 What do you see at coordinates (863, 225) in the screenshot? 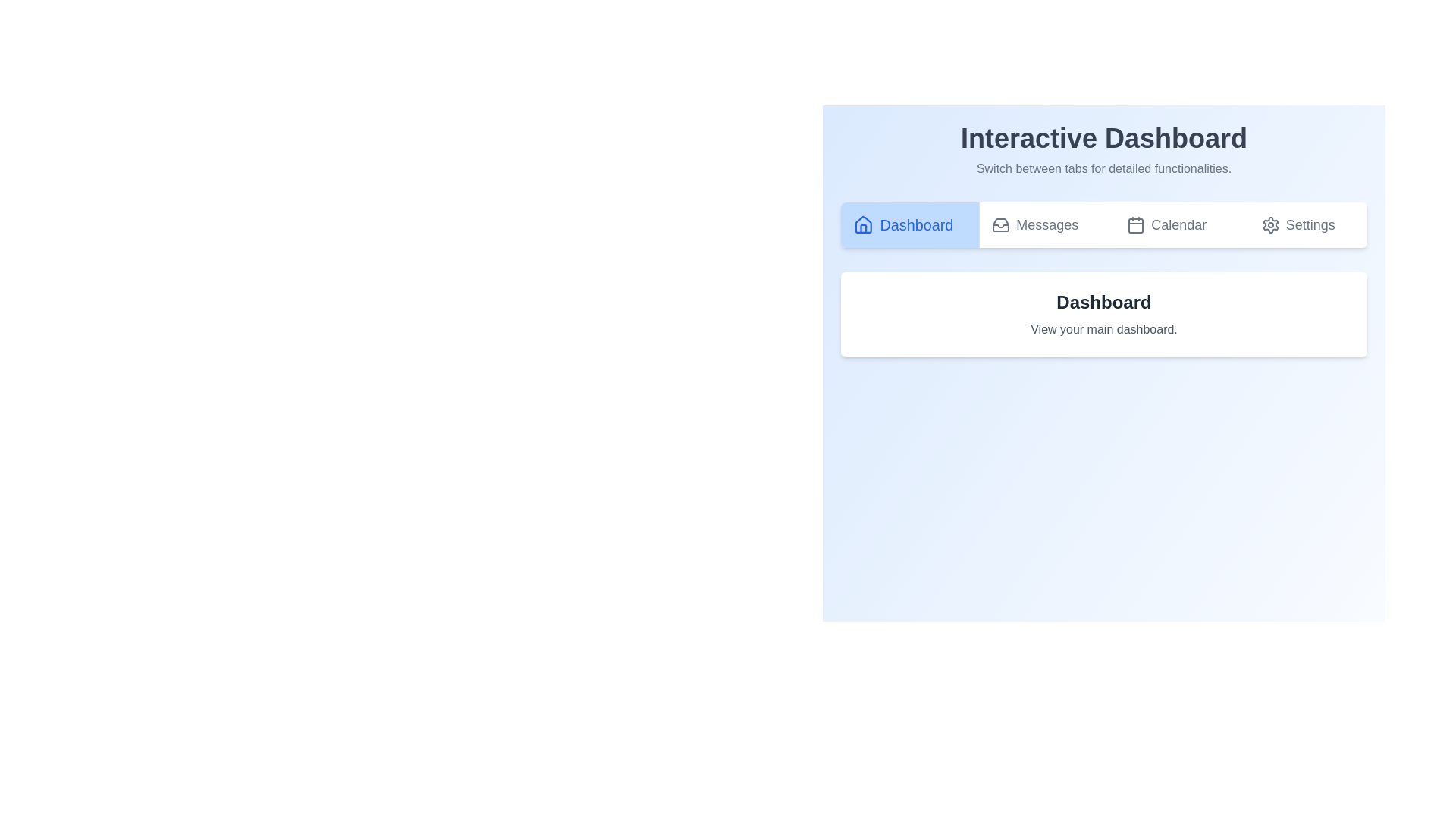
I see `the home-shaped icon representing the 'Dashboard' button located in the top navigation bar` at bounding box center [863, 225].